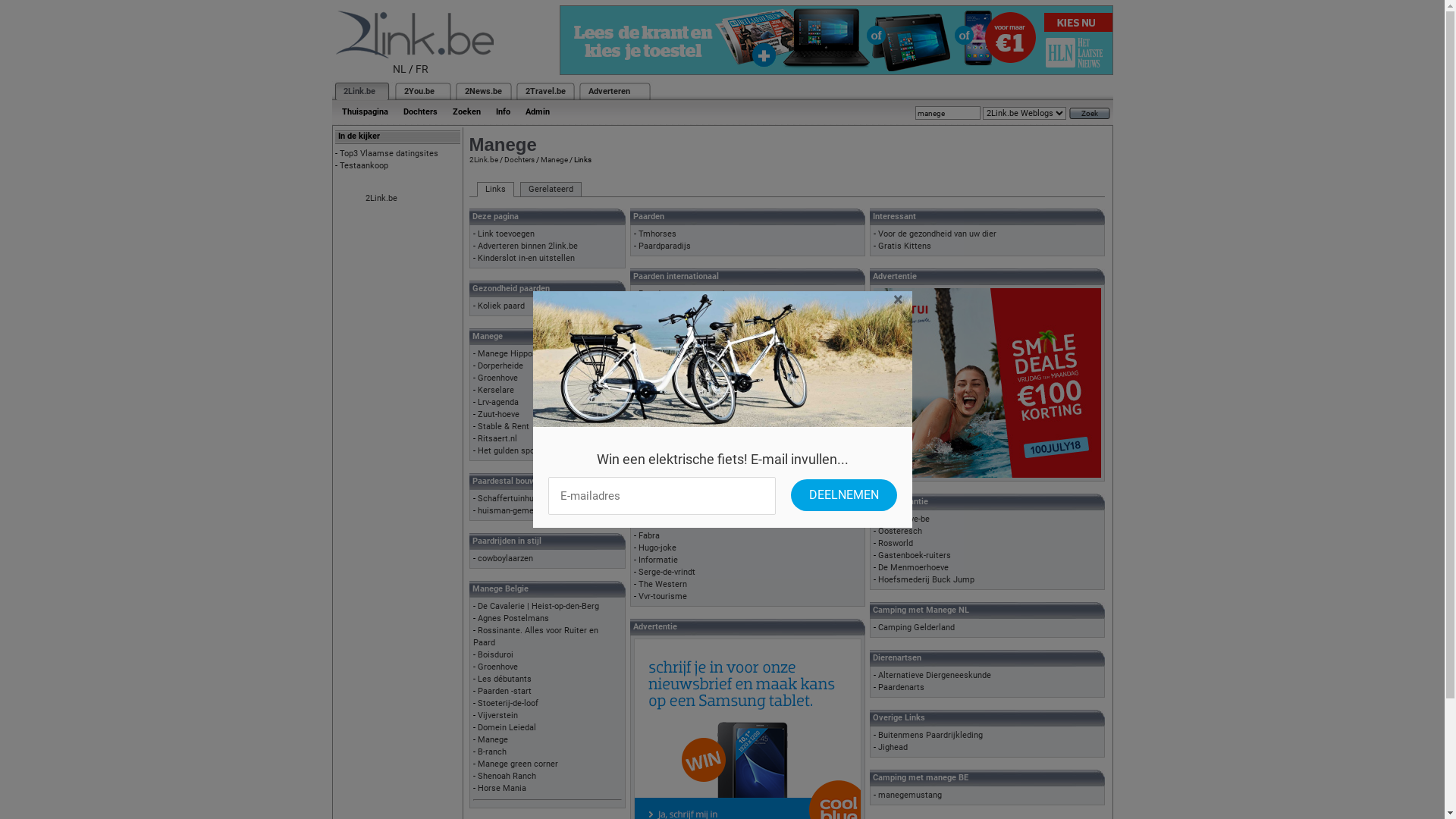 The height and width of the screenshot is (819, 1456). What do you see at coordinates (488, 111) in the screenshot?
I see `'Info'` at bounding box center [488, 111].